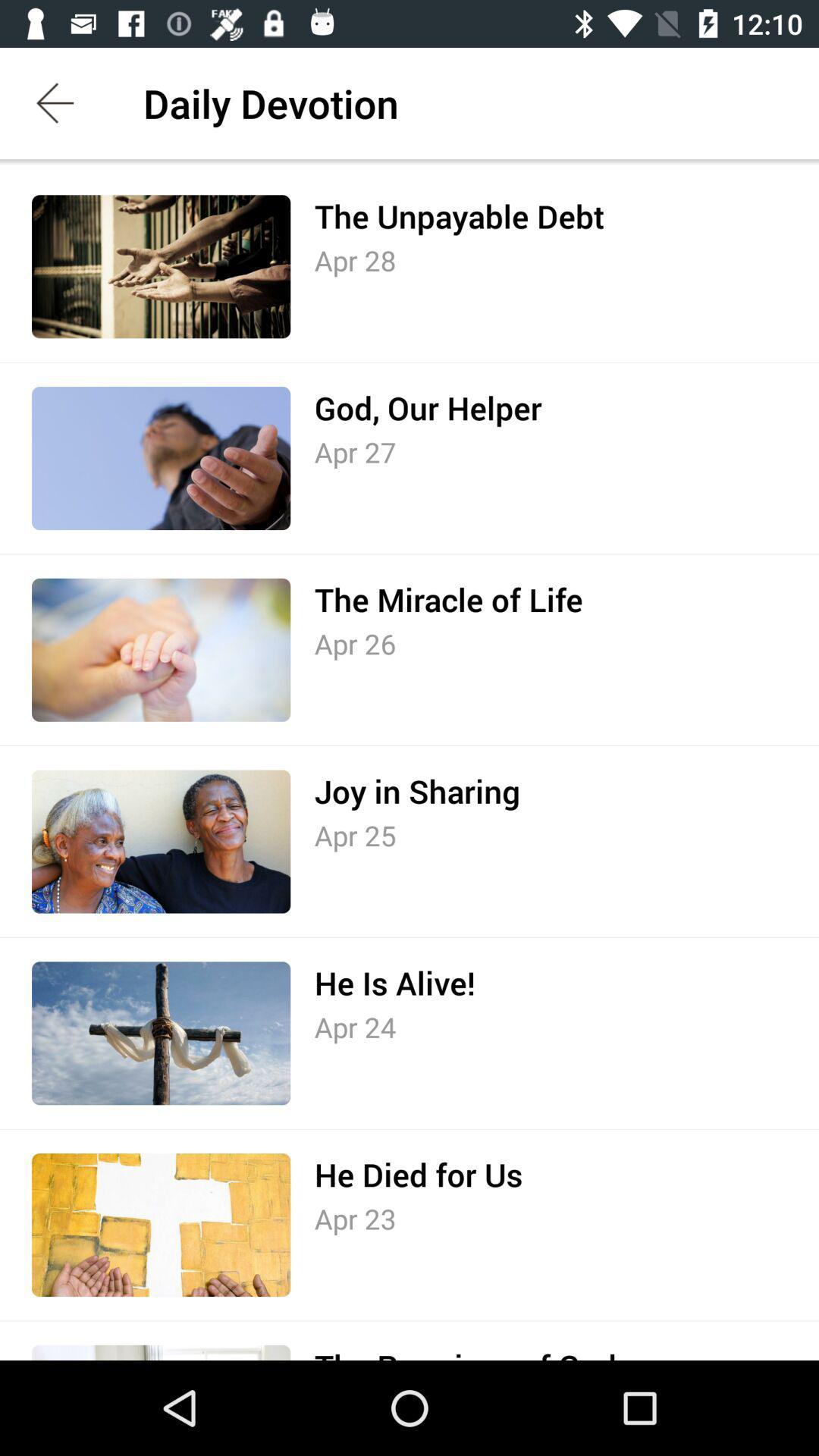  I want to click on the apr 28 item, so click(355, 260).